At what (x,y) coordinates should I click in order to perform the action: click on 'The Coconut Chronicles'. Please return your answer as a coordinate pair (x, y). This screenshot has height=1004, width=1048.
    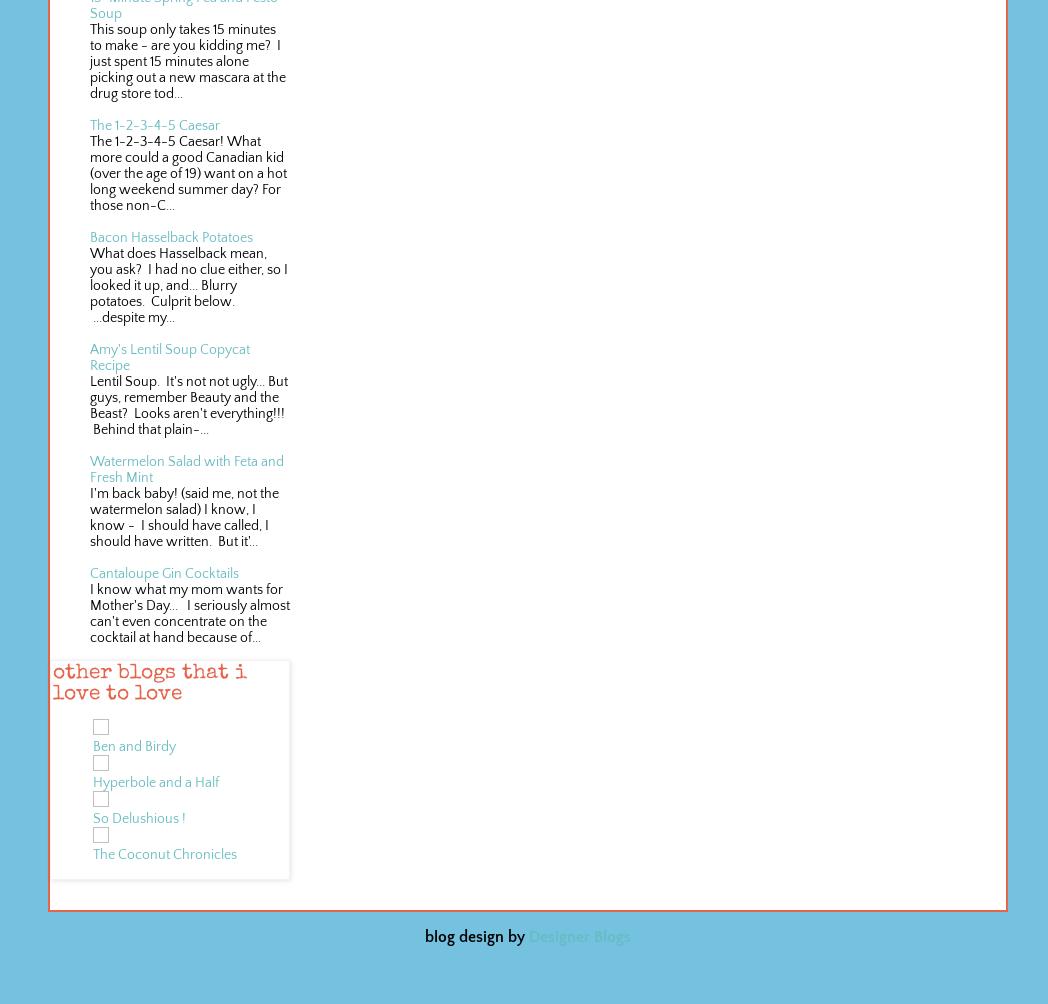
    Looking at the image, I should click on (91, 855).